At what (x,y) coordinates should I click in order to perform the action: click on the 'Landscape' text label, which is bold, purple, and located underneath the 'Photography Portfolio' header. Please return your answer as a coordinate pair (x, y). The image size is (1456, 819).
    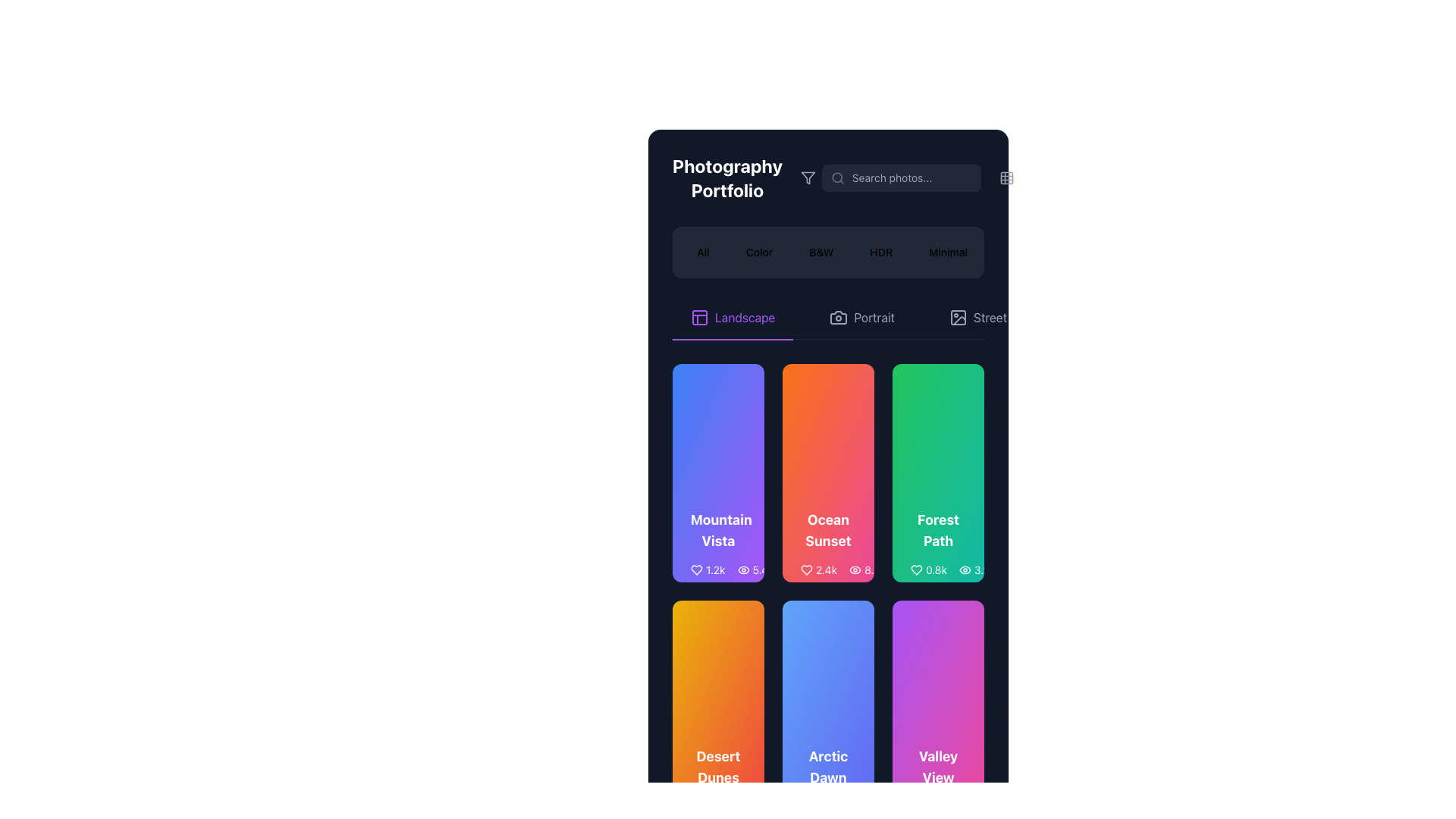
    Looking at the image, I should click on (745, 317).